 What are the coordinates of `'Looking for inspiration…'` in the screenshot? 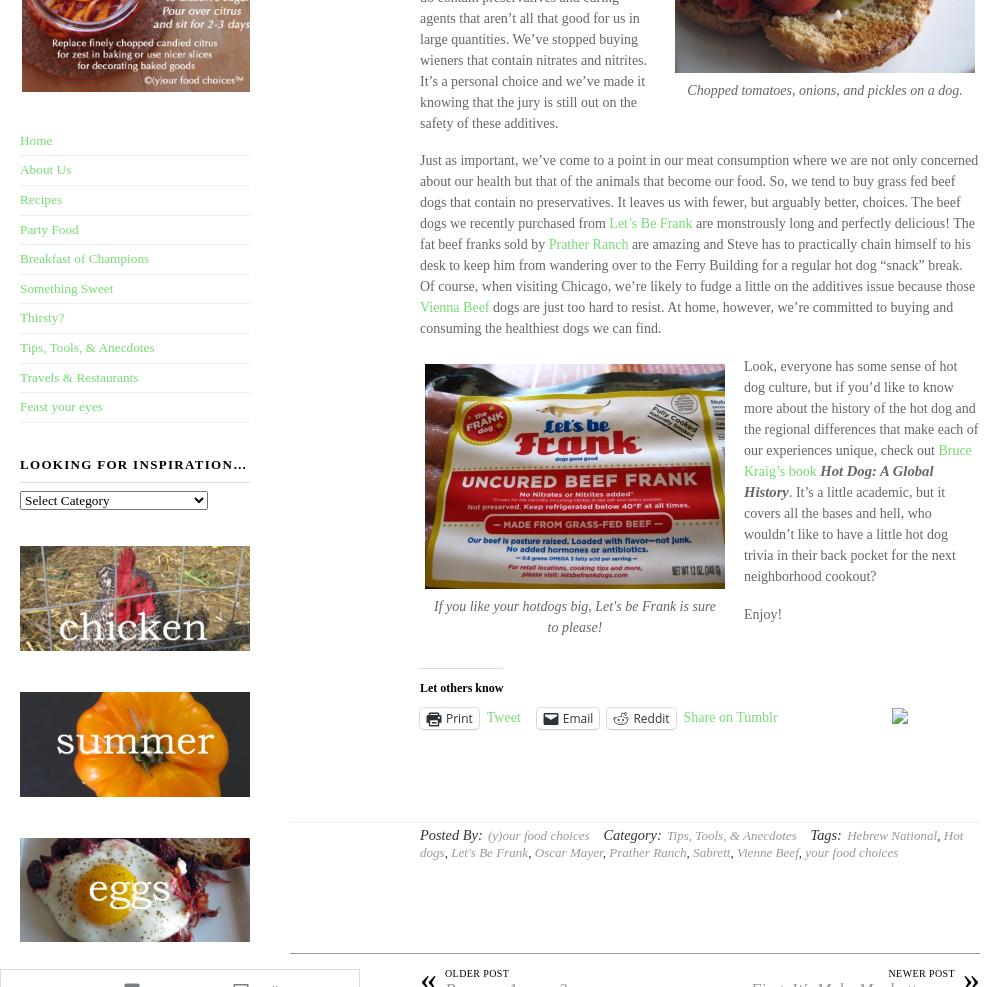 It's located at (133, 462).